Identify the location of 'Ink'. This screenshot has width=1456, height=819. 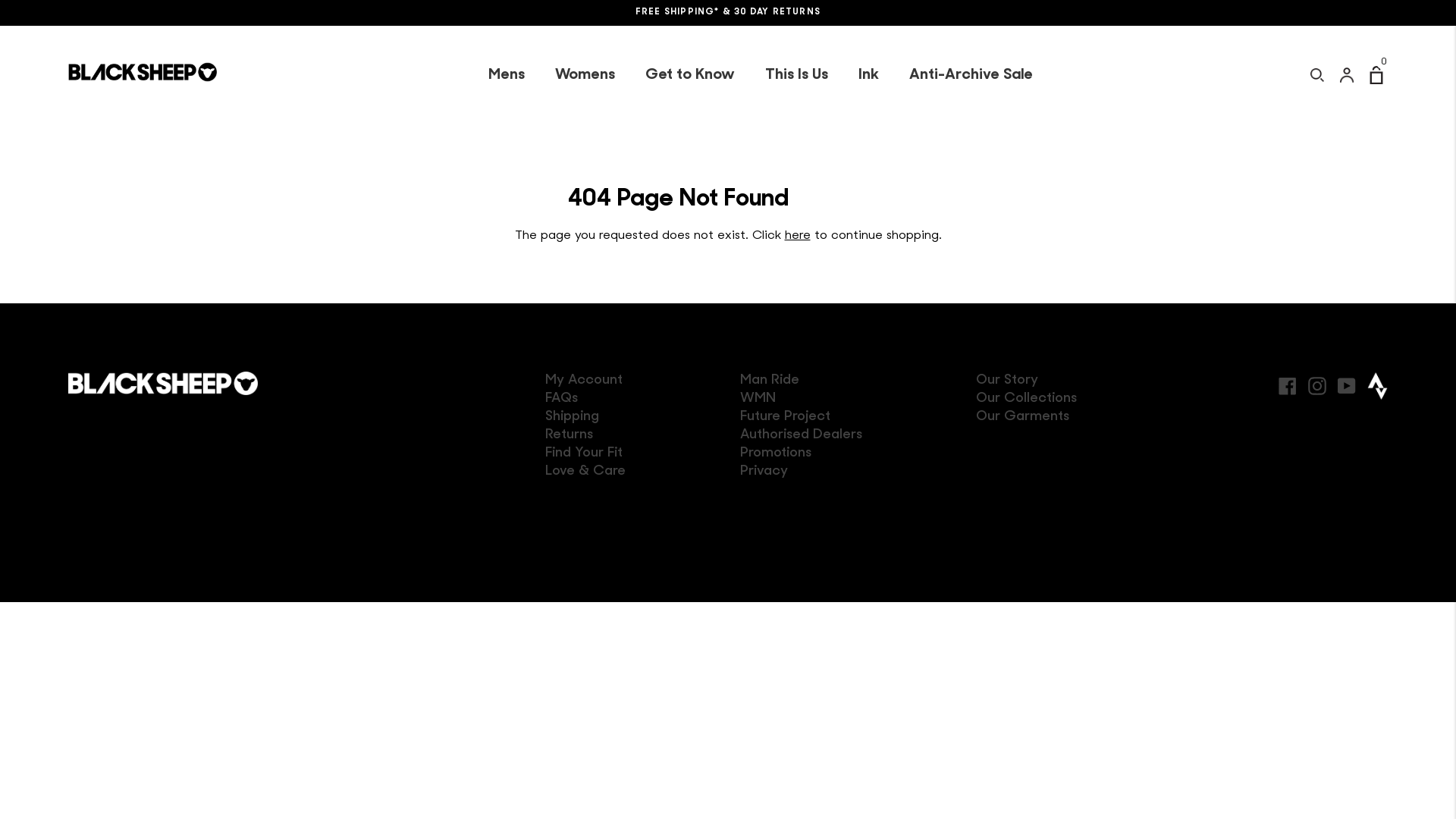
(868, 75).